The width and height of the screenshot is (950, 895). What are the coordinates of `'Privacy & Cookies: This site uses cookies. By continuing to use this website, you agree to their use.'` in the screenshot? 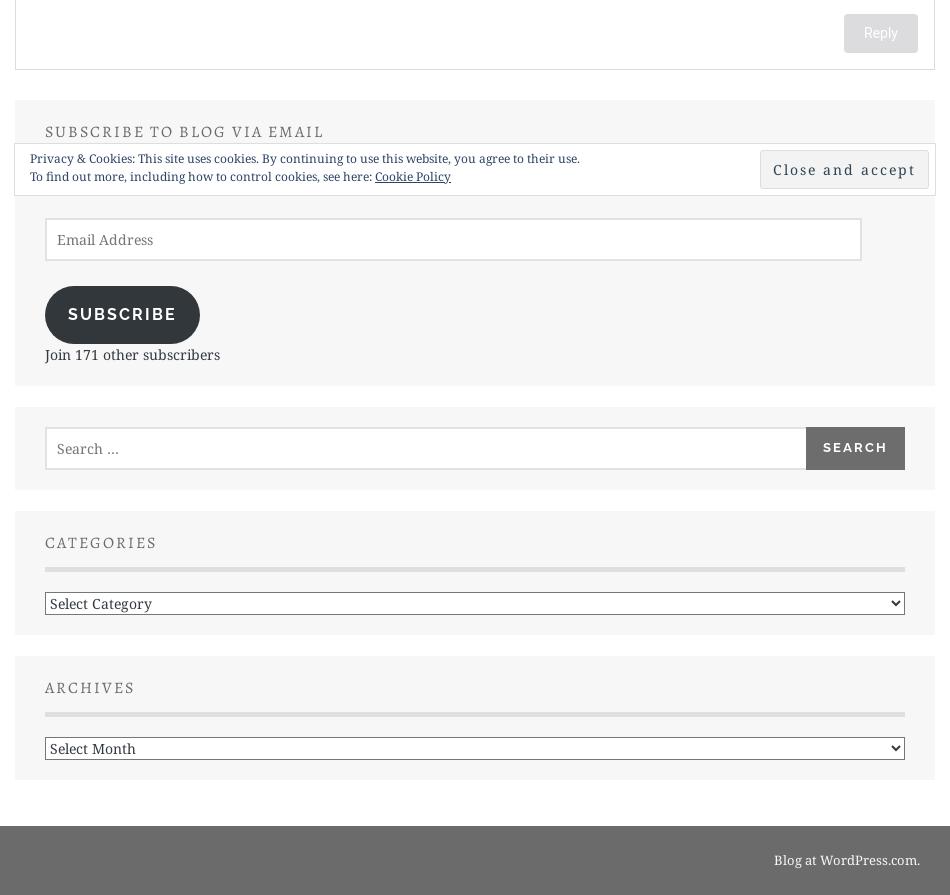 It's located at (304, 158).